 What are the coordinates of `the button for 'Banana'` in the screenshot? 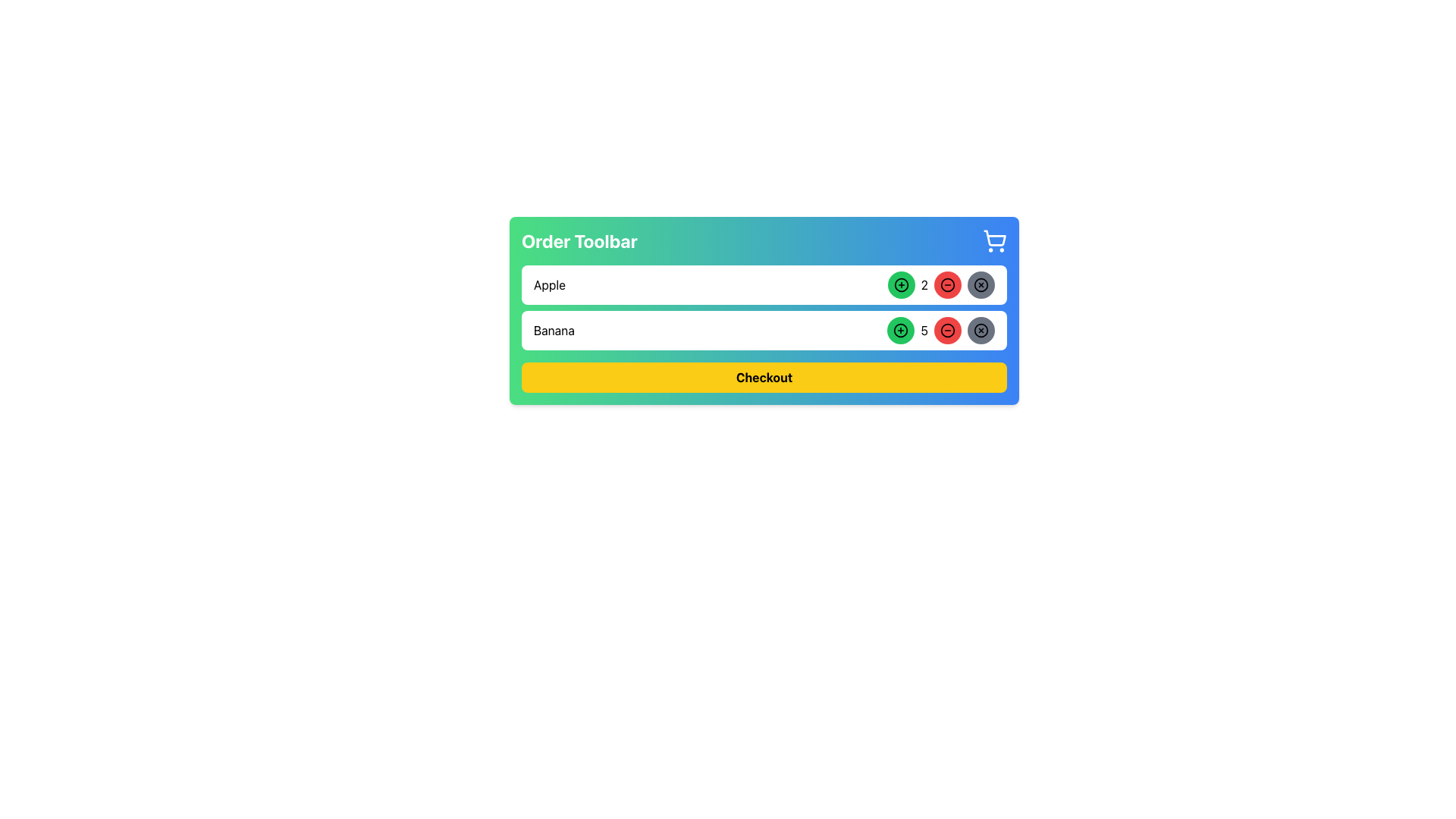 It's located at (981, 329).